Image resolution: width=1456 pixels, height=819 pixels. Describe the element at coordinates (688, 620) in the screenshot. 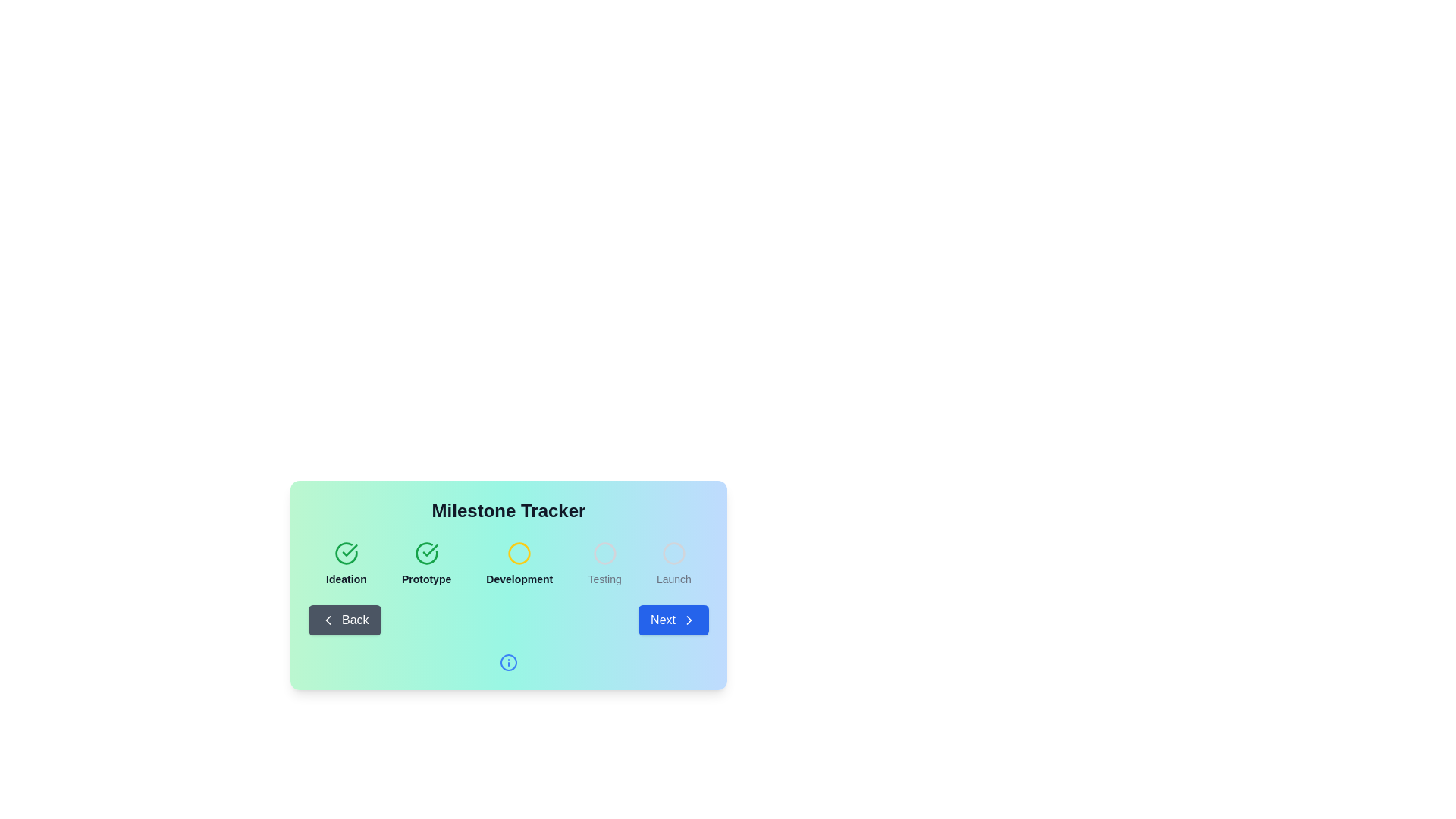

I see `the rightward chevron icon inside the 'Next' button, located in the bottom-right of the 'Milestone Tracker' card interface` at that location.